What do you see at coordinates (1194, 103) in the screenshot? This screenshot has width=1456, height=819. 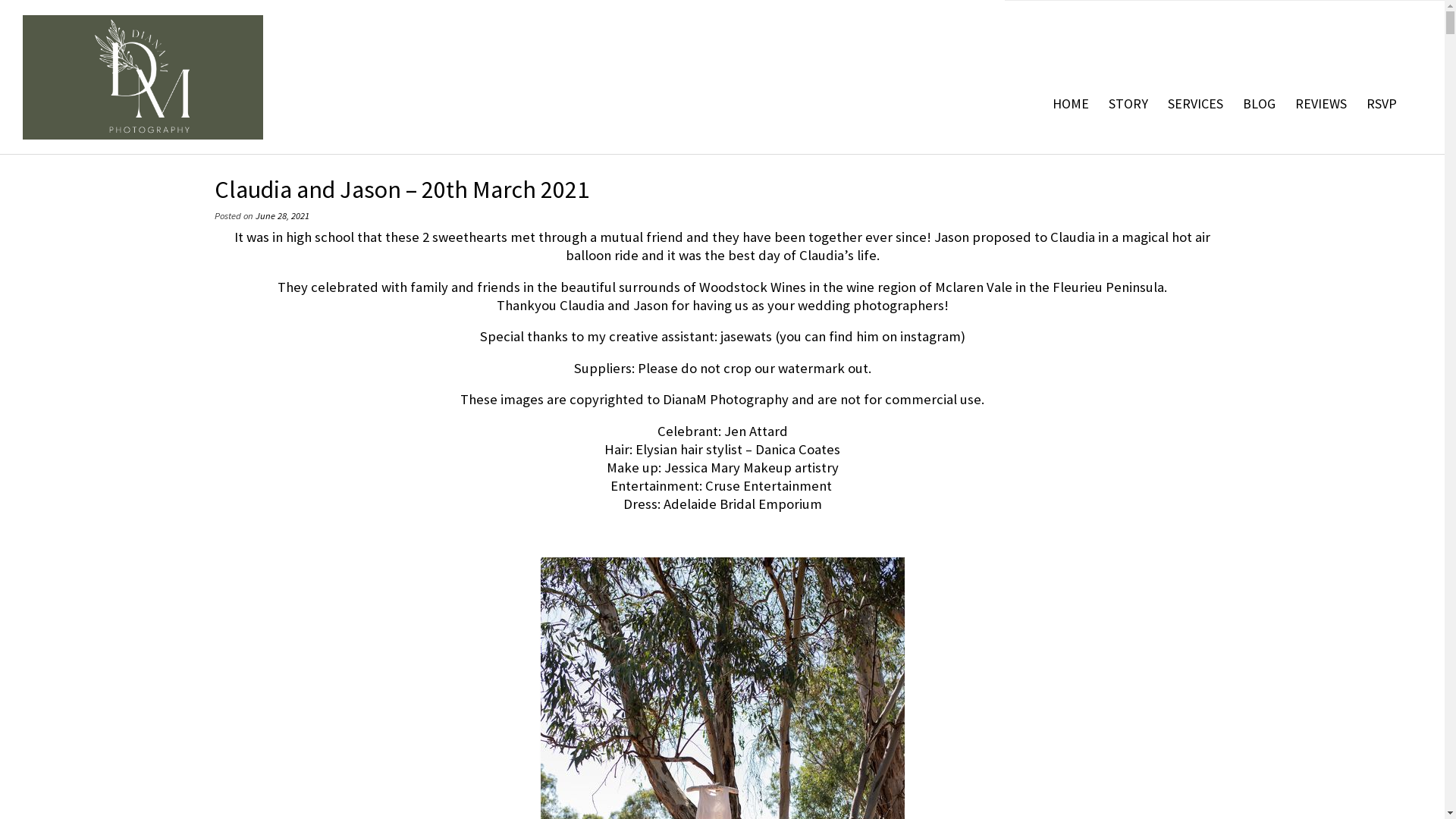 I see `'SERVICES'` at bounding box center [1194, 103].